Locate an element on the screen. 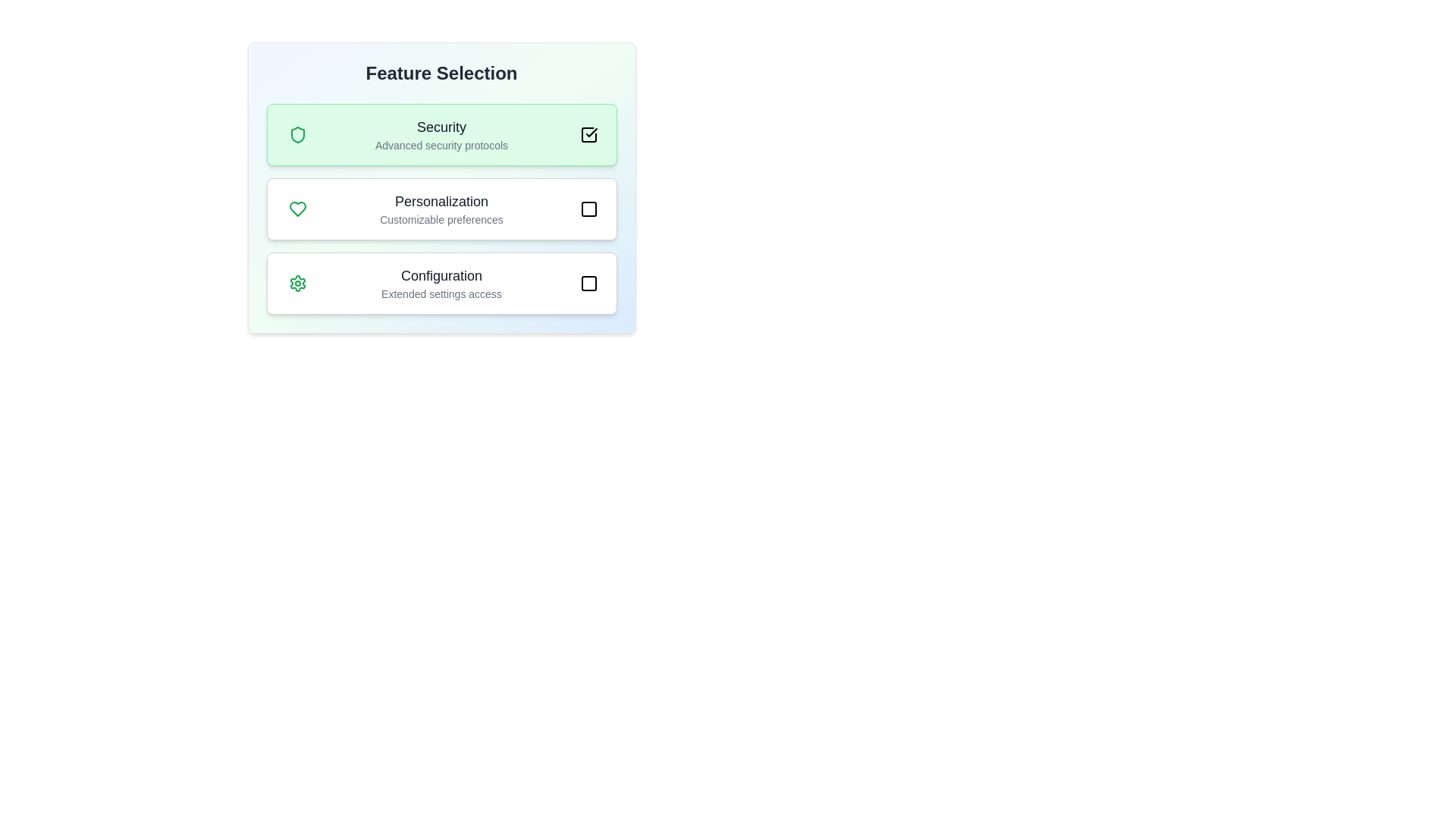 The height and width of the screenshot is (819, 1456). the 'Personalization' Selection Panel, which is the second panel in a vertical list of three panels, located between 'Security' and 'Configuration' is located at coordinates (441, 209).